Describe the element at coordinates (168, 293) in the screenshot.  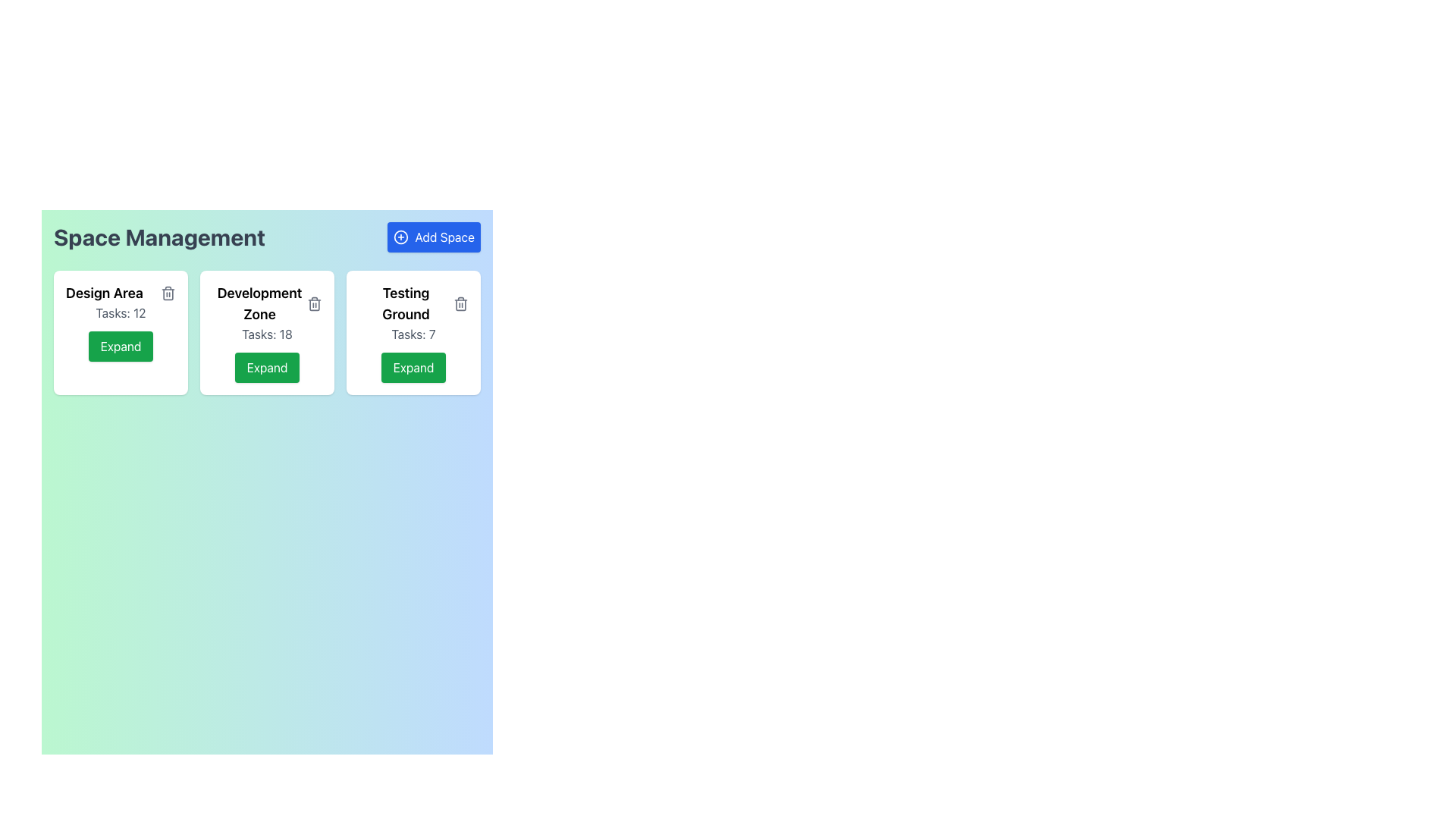
I see `the trash can icon button, which is a gray outline illustration of a trash bin located in the upper-right corner of the card labeled 'Design Area'` at that location.